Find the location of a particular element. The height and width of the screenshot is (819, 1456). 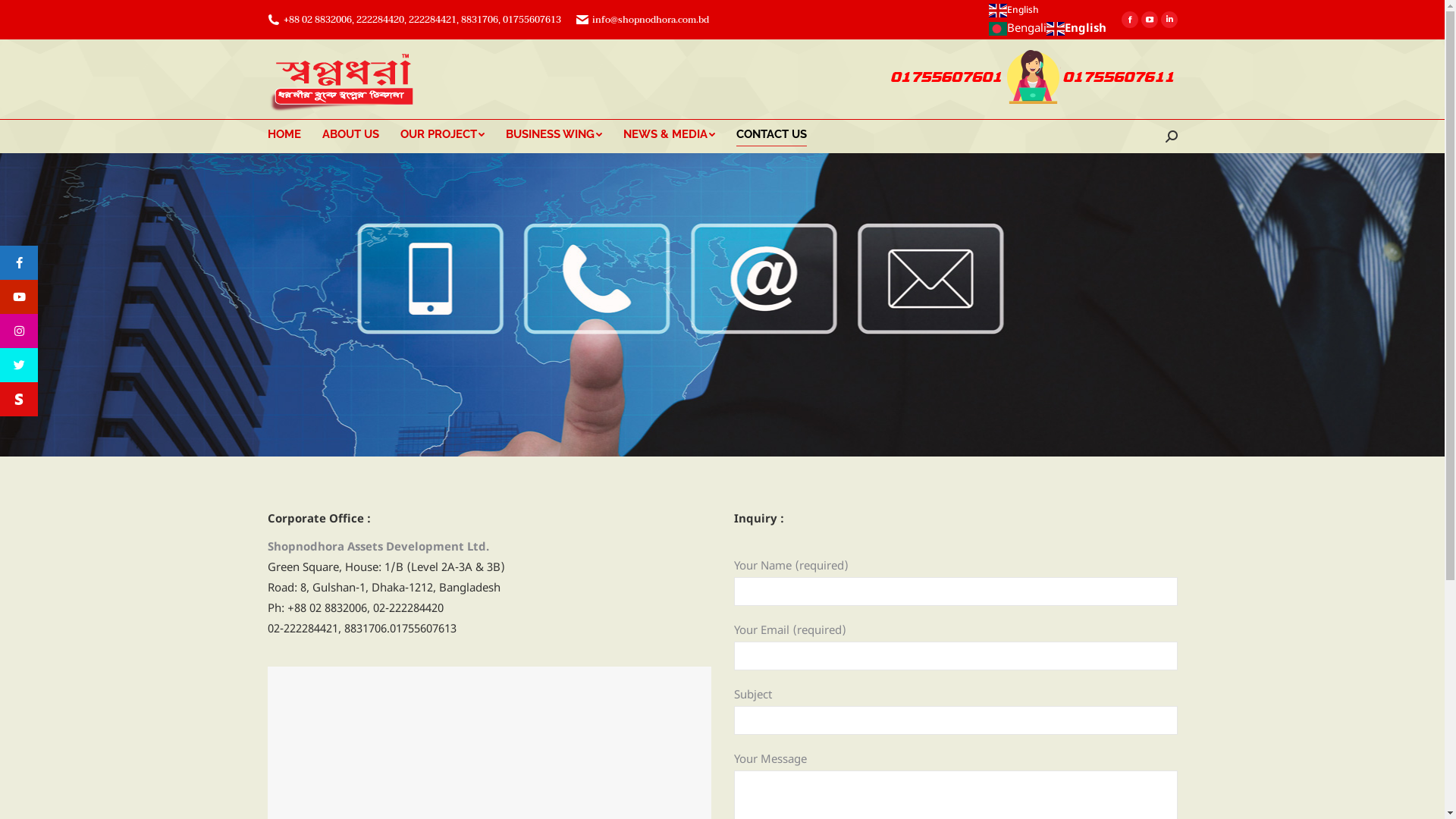

'English' is located at coordinates (1046, 11).